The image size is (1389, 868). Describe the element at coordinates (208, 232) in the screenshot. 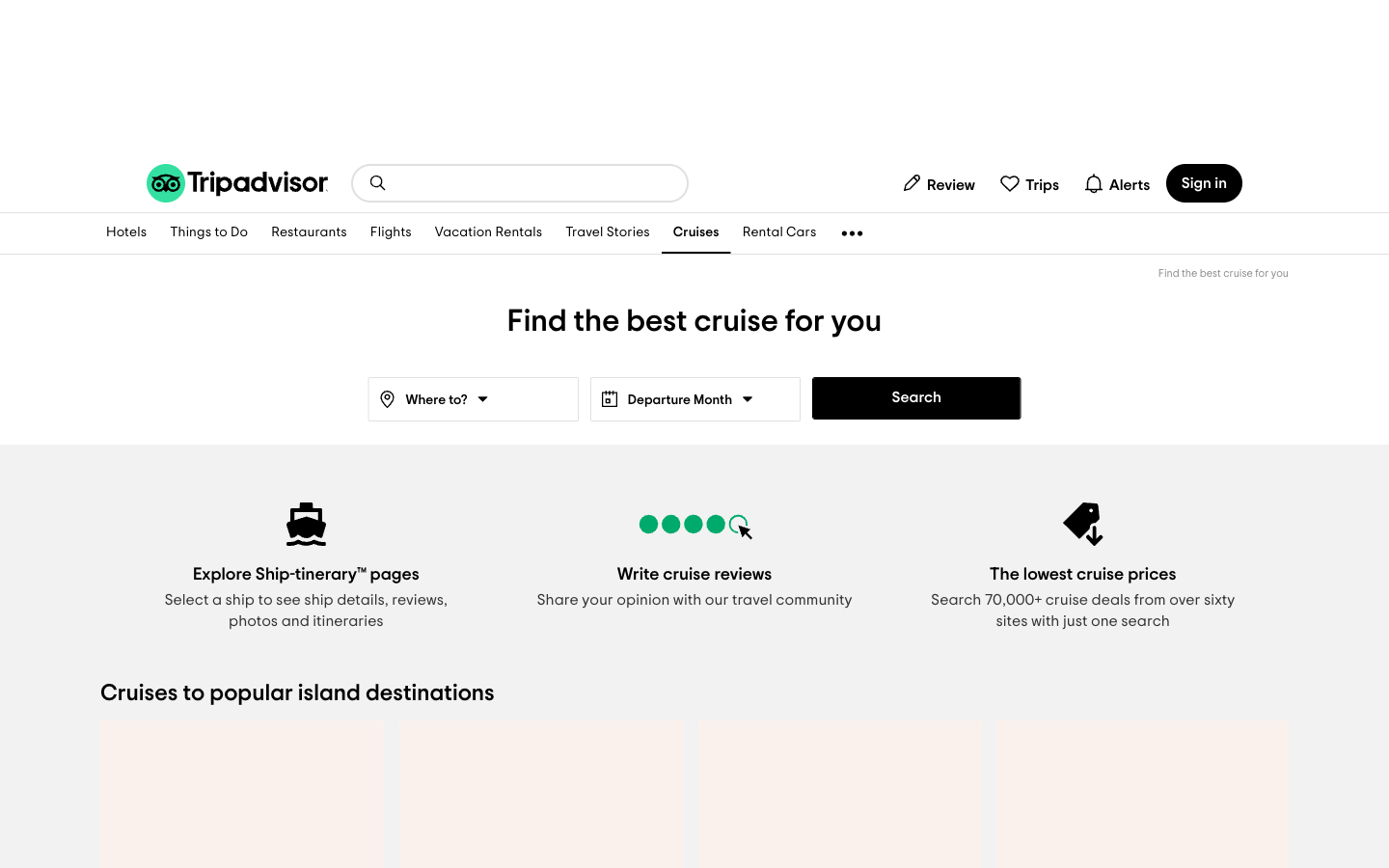

I see `out local experiences and places to visit` at that location.